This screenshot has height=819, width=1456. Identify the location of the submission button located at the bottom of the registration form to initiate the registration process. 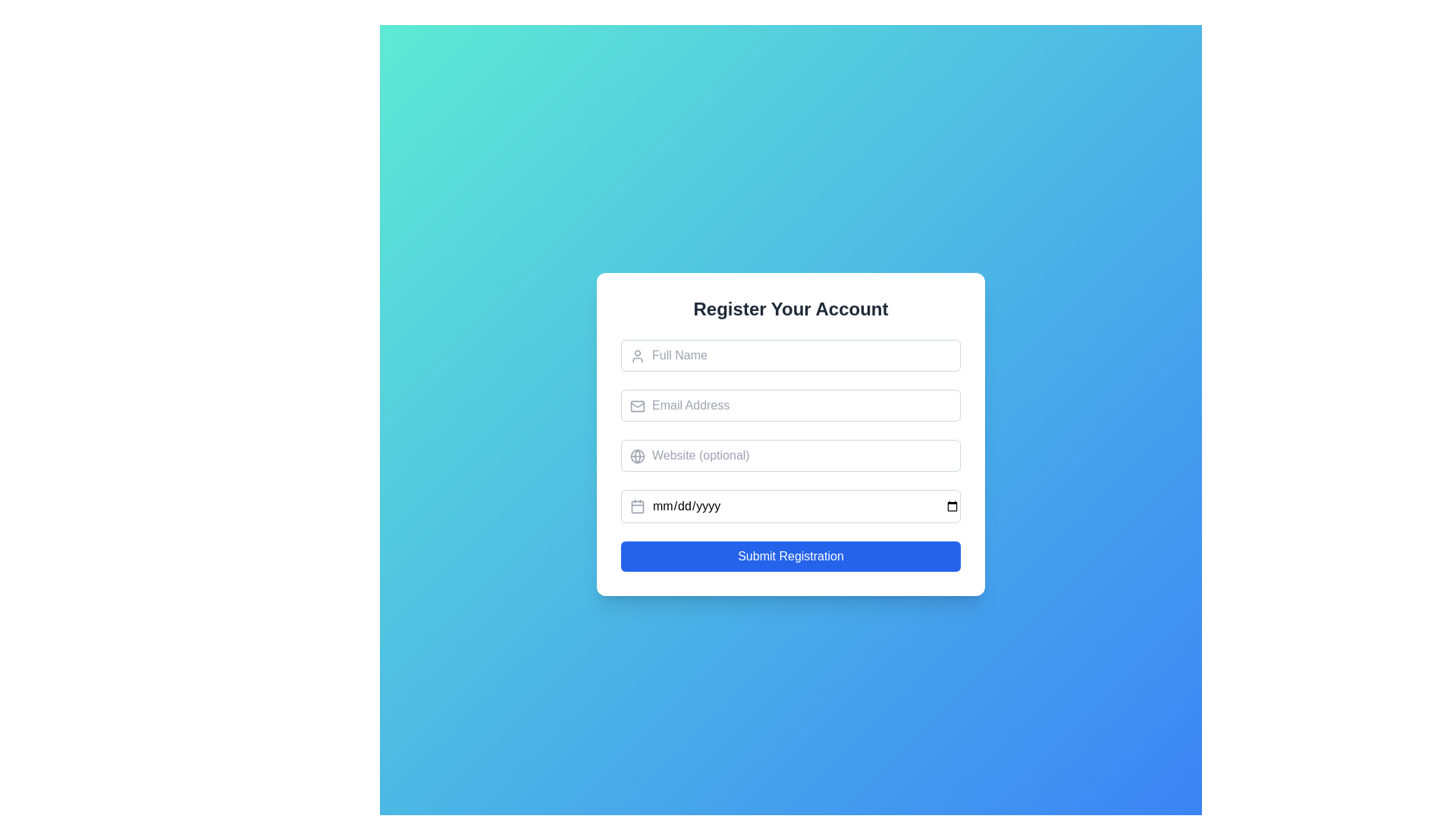
(789, 556).